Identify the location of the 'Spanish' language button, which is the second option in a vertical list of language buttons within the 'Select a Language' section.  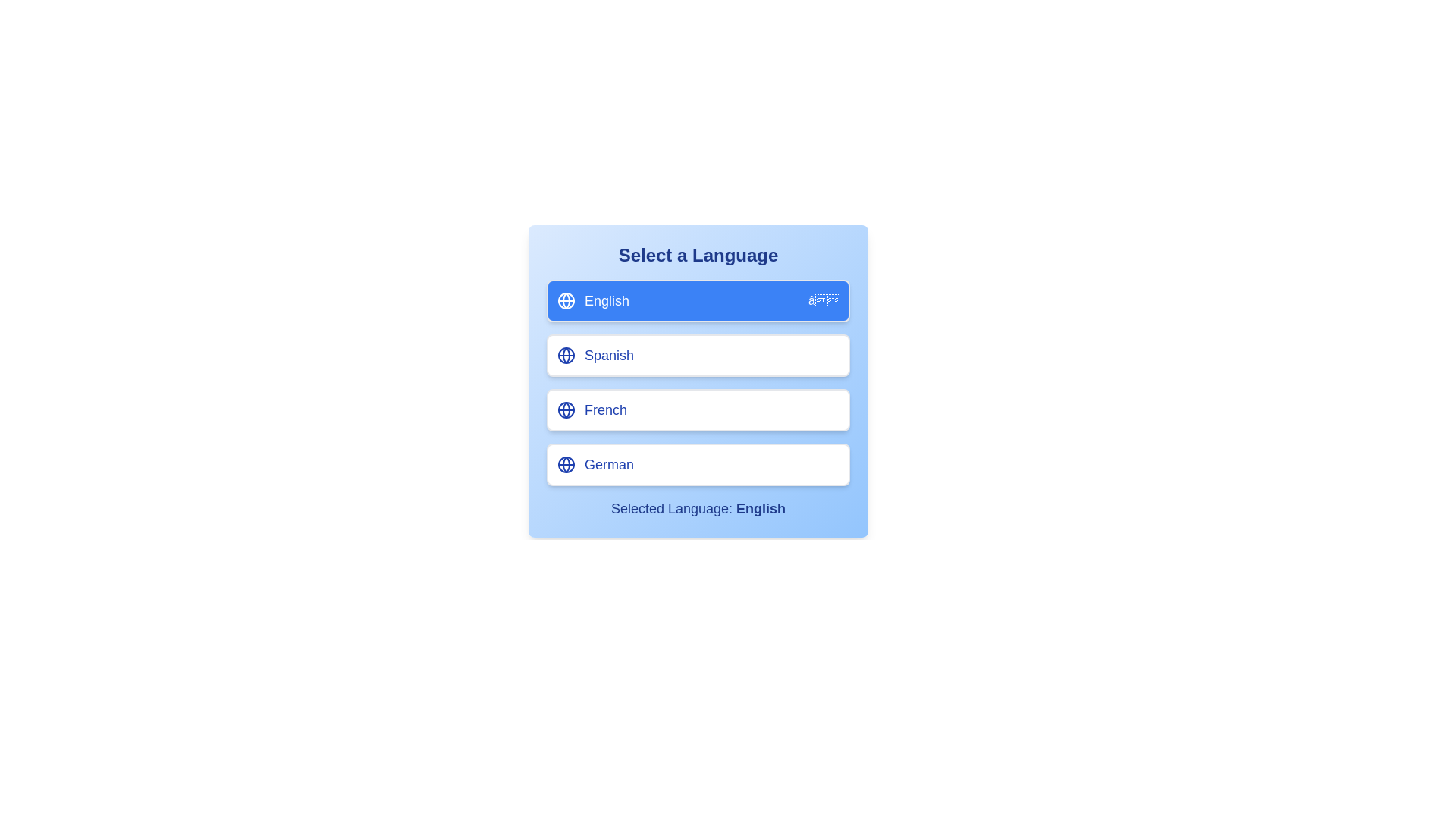
(698, 356).